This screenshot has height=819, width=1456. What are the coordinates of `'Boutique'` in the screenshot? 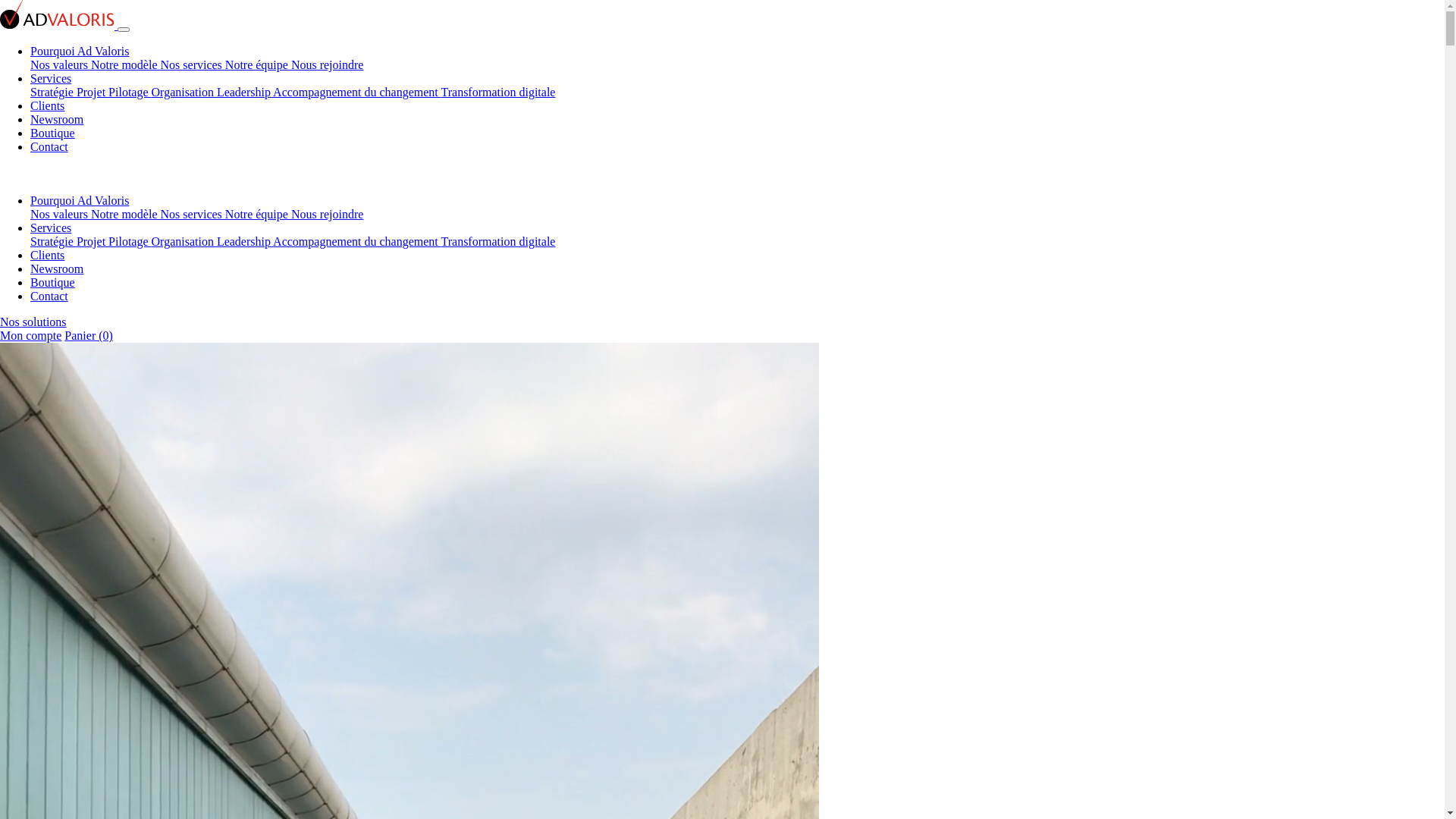 It's located at (30, 282).